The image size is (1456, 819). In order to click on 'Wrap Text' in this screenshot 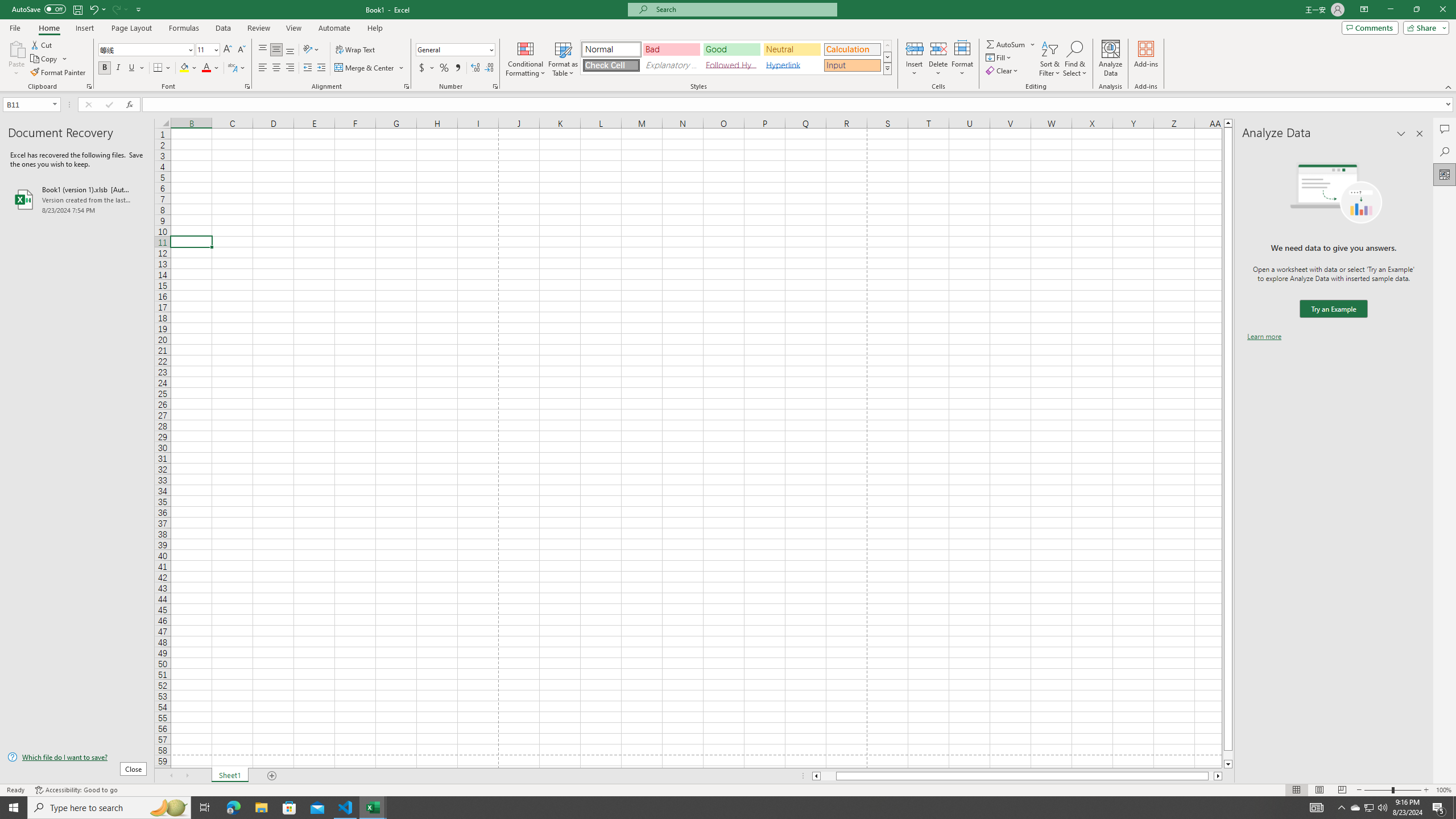, I will do `click(355, 49)`.